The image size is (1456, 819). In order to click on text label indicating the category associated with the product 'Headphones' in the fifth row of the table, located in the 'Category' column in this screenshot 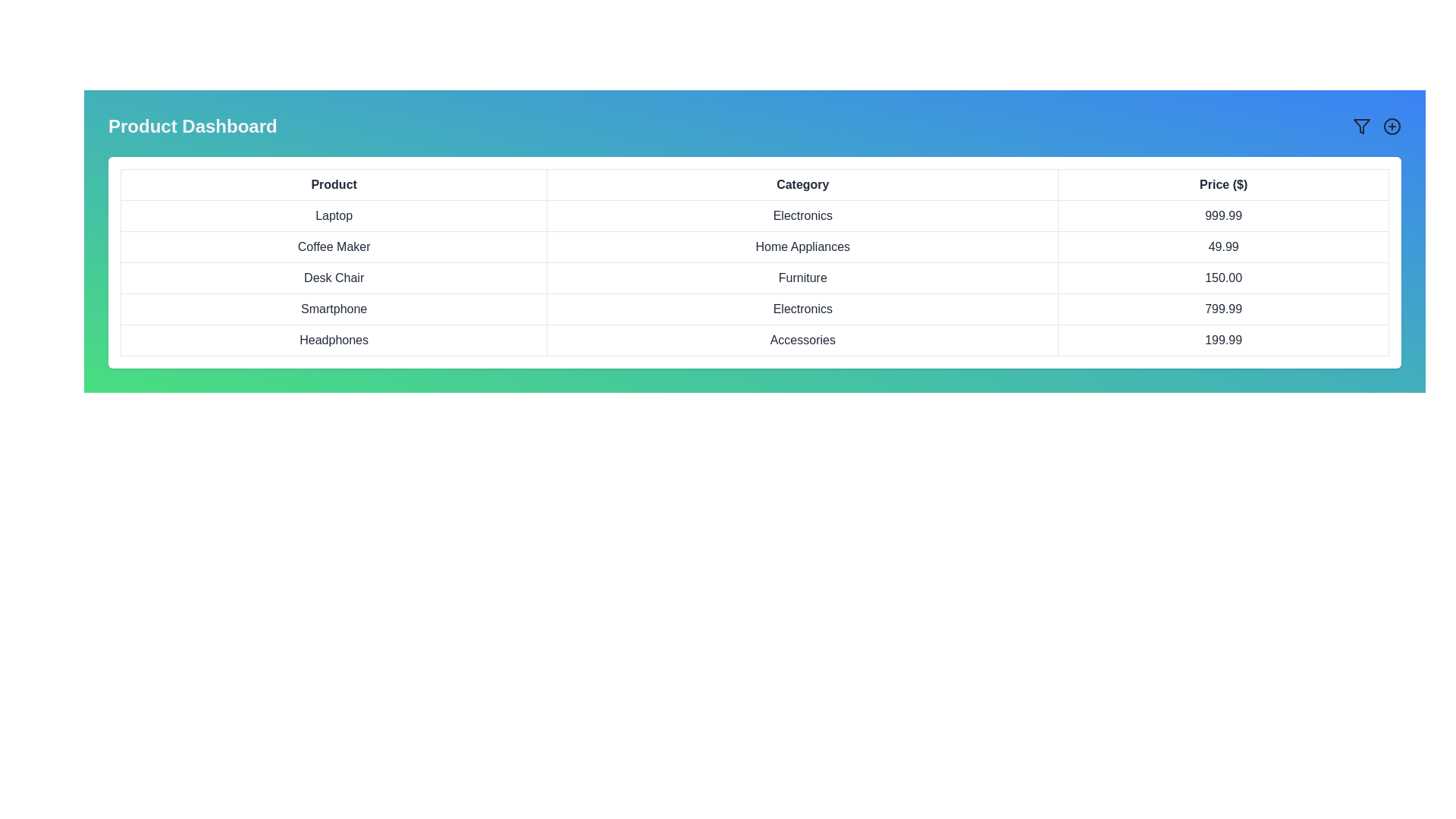, I will do `click(802, 339)`.